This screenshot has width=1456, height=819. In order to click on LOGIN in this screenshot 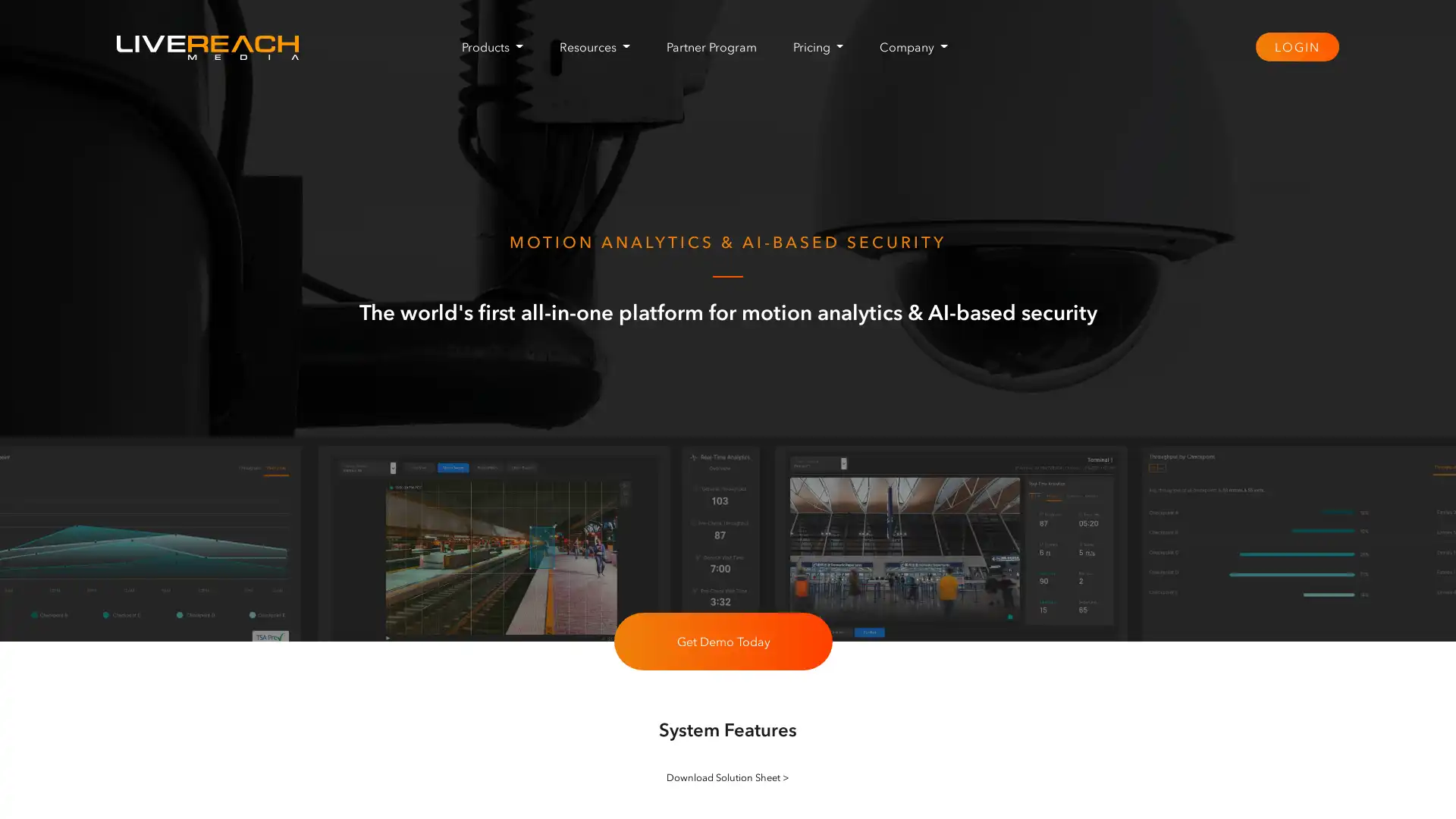, I will do `click(1295, 45)`.